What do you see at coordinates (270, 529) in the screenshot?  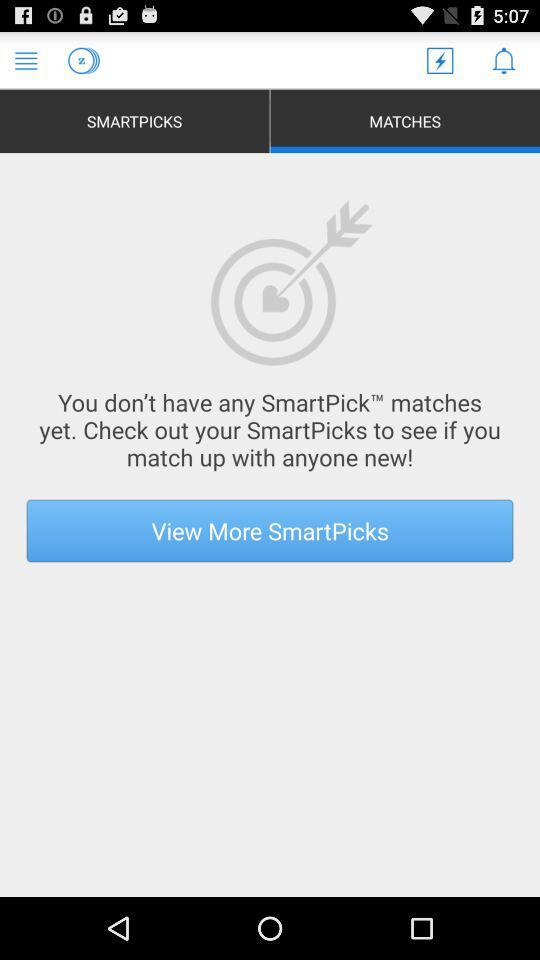 I see `view more smartpicks icon` at bounding box center [270, 529].